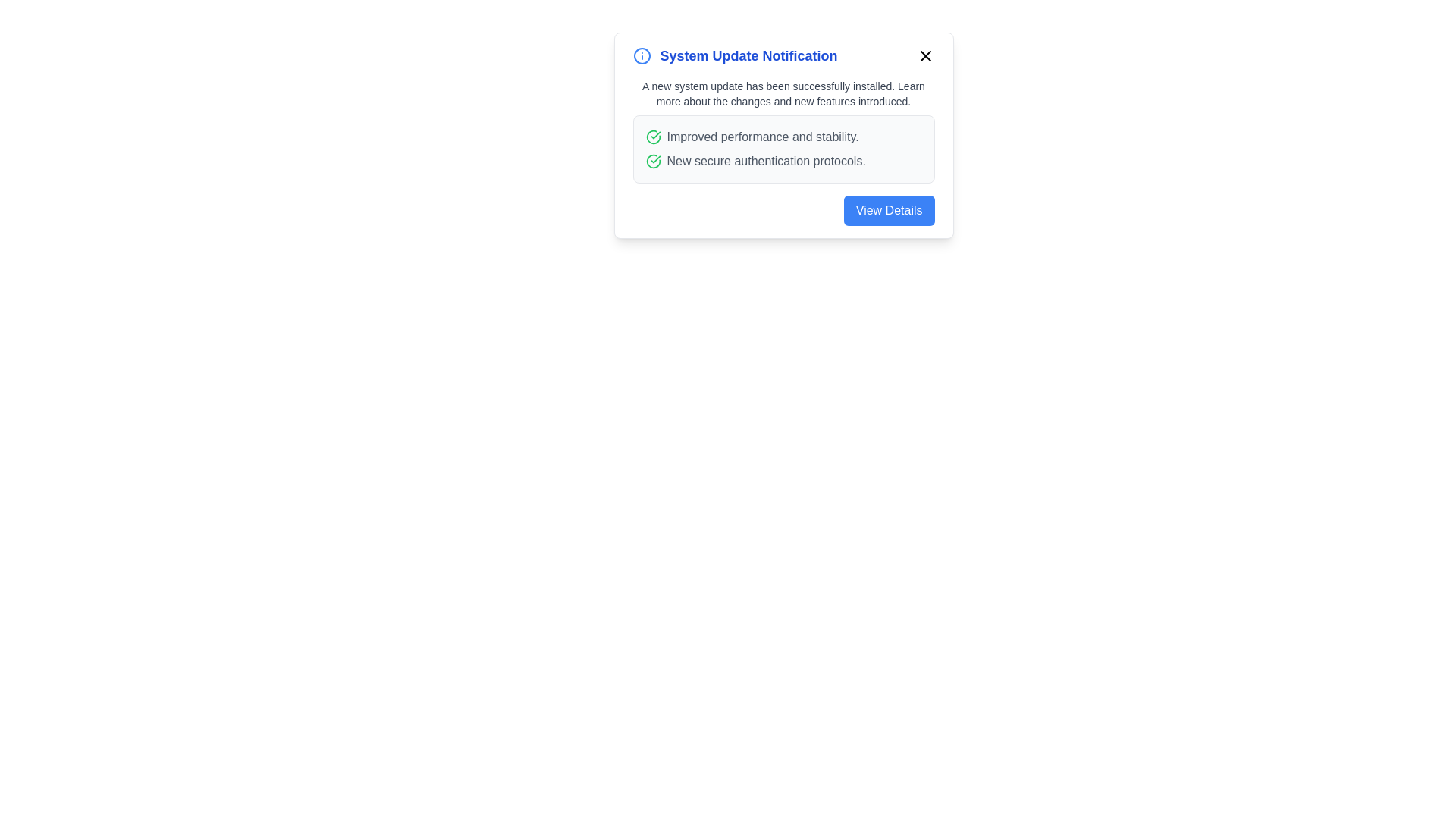 Image resolution: width=1456 pixels, height=819 pixels. I want to click on the close button to dismiss the notification, so click(924, 55).